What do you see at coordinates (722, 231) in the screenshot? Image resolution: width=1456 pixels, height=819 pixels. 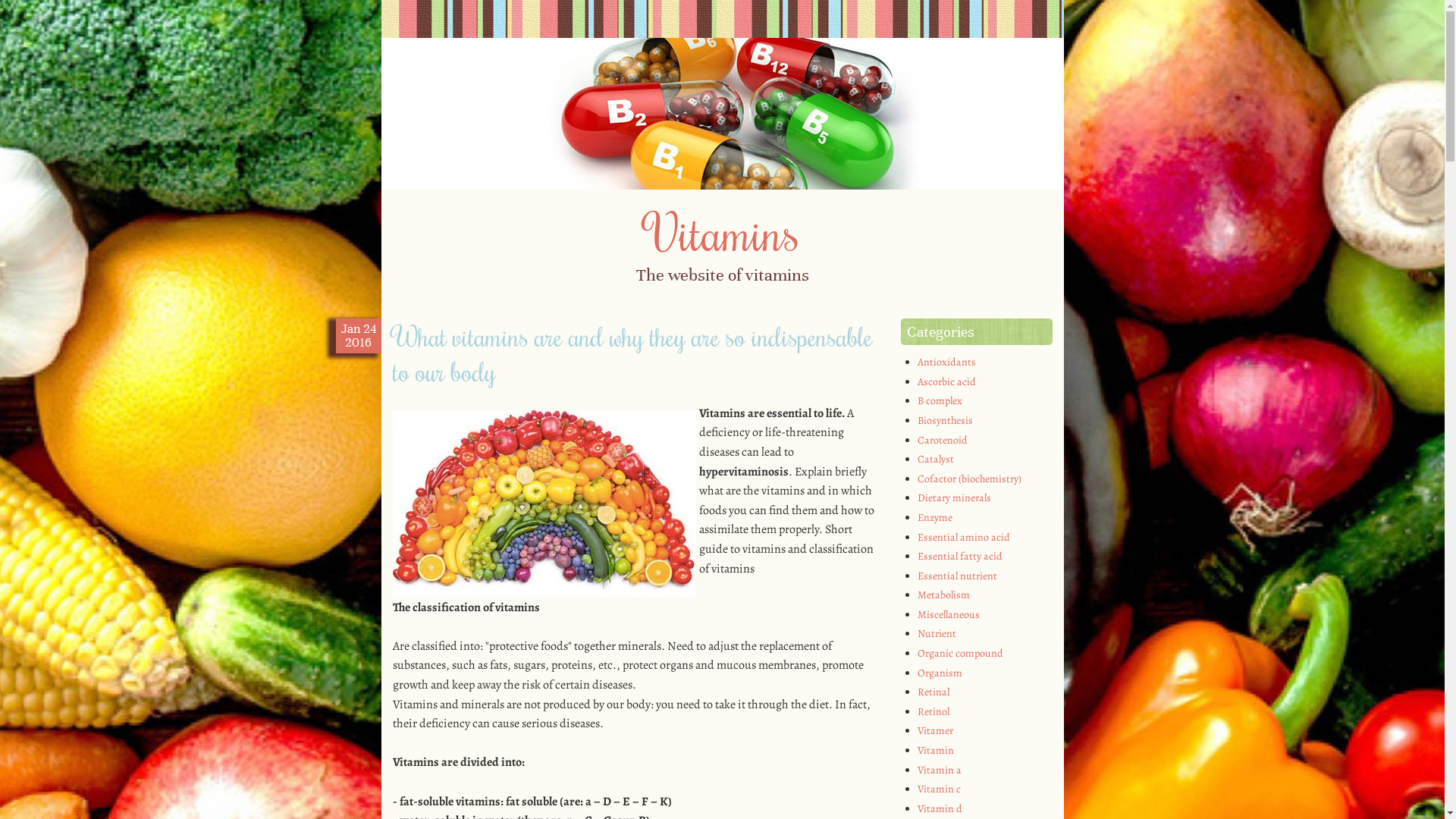 I see `'Vitamins'` at bounding box center [722, 231].